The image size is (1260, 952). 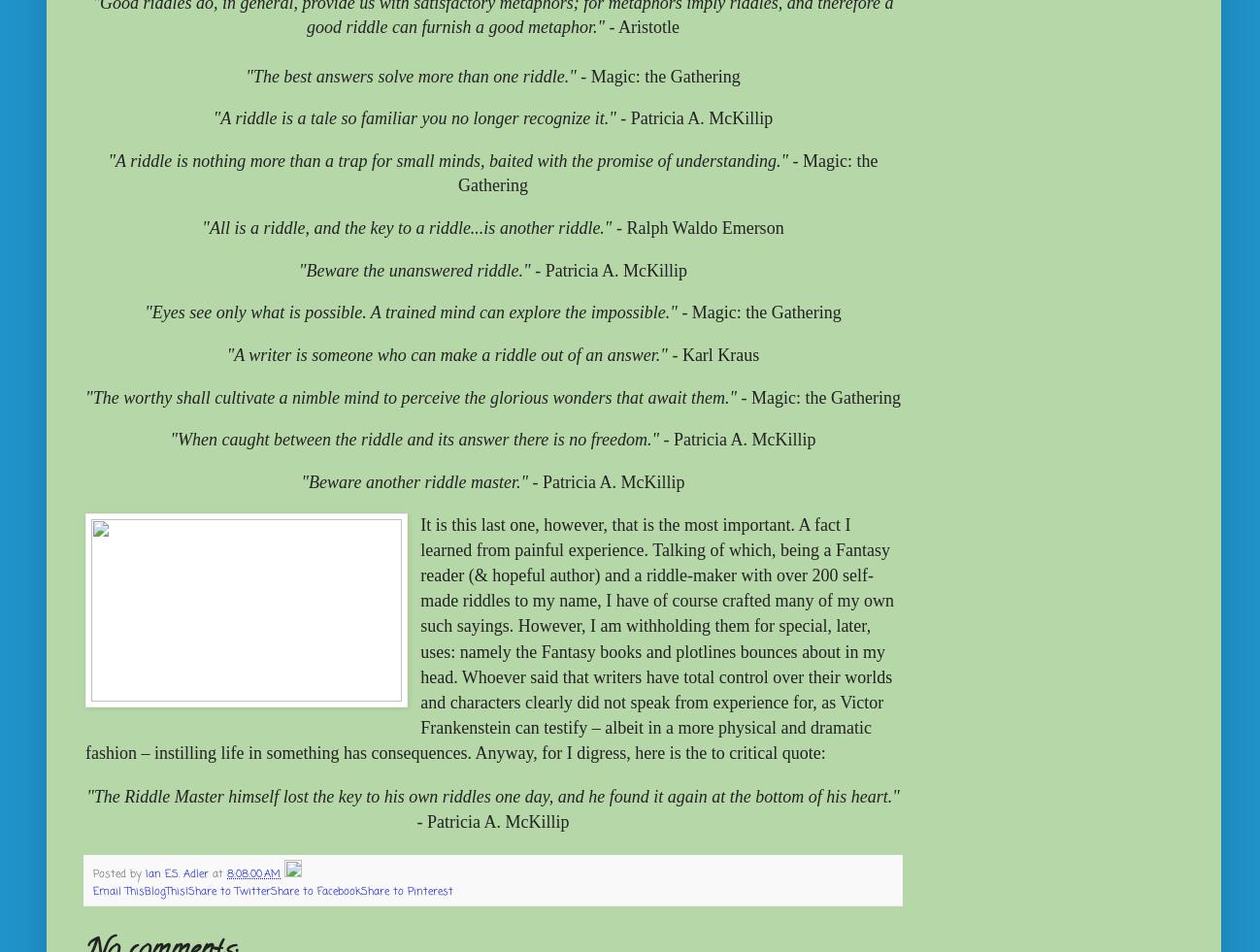 What do you see at coordinates (413, 117) in the screenshot?
I see `'"A riddle is a tale so familiar you no longer recognize it."'` at bounding box center [413, 117].